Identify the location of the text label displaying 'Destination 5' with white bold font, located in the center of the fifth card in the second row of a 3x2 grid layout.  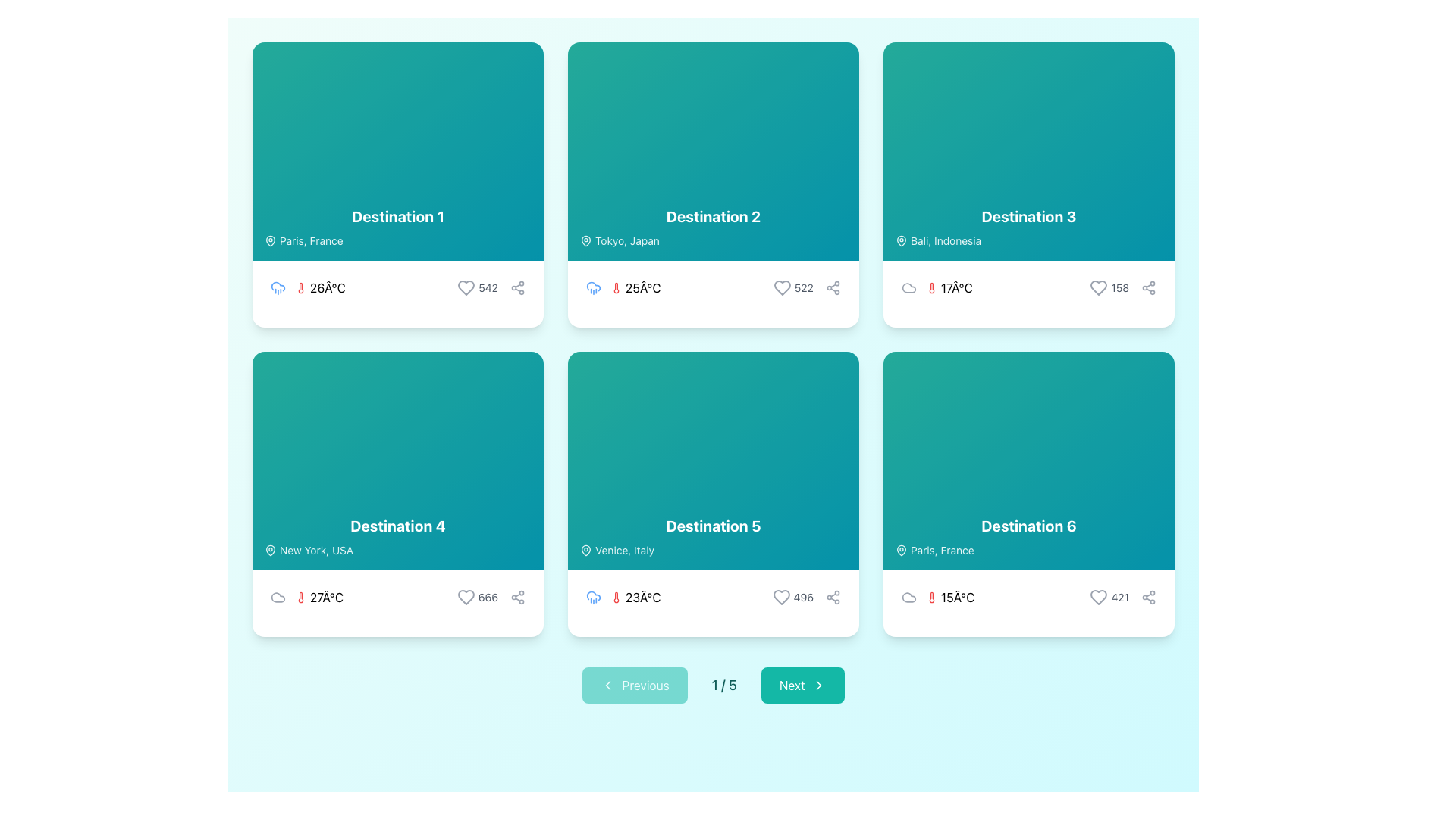
(712, 526).